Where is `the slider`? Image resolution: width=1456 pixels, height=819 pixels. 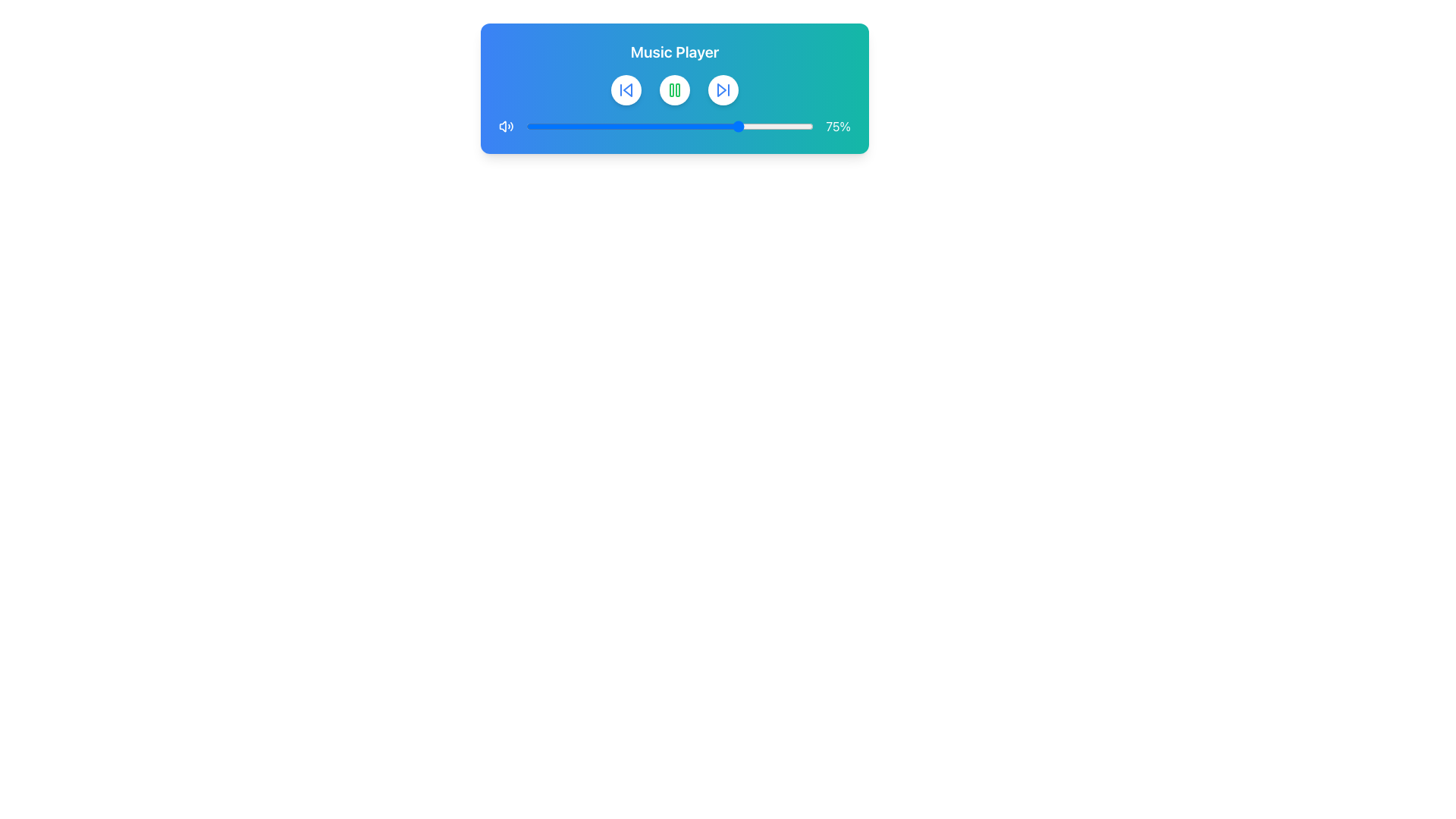 the slider is located at coordinates (543, 125).